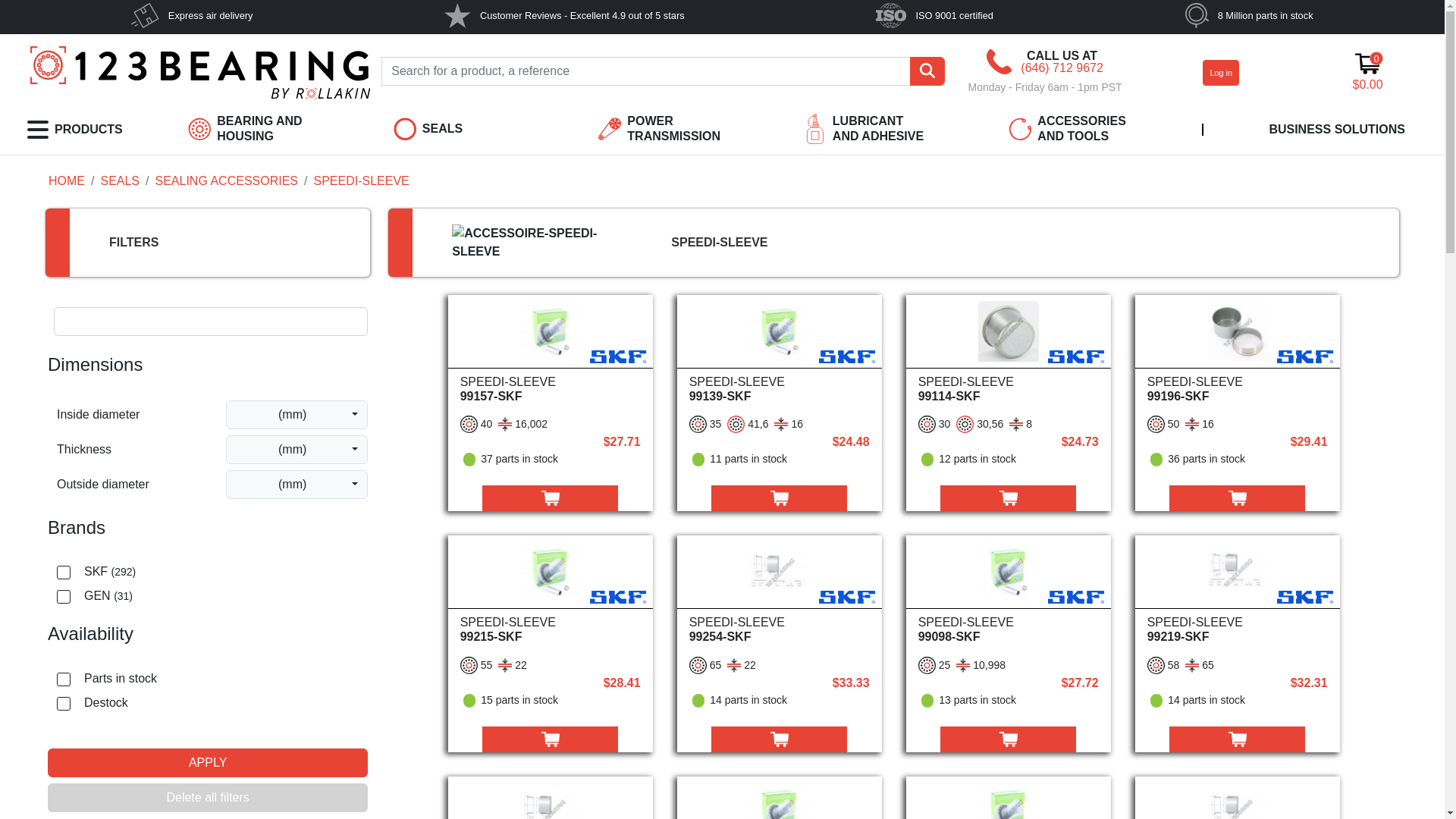 The image size is (1456, 819). Describe the element at coordinates (225, 180) in the screenshot. I see `'SEALING ACCESSORIES'` at that location.